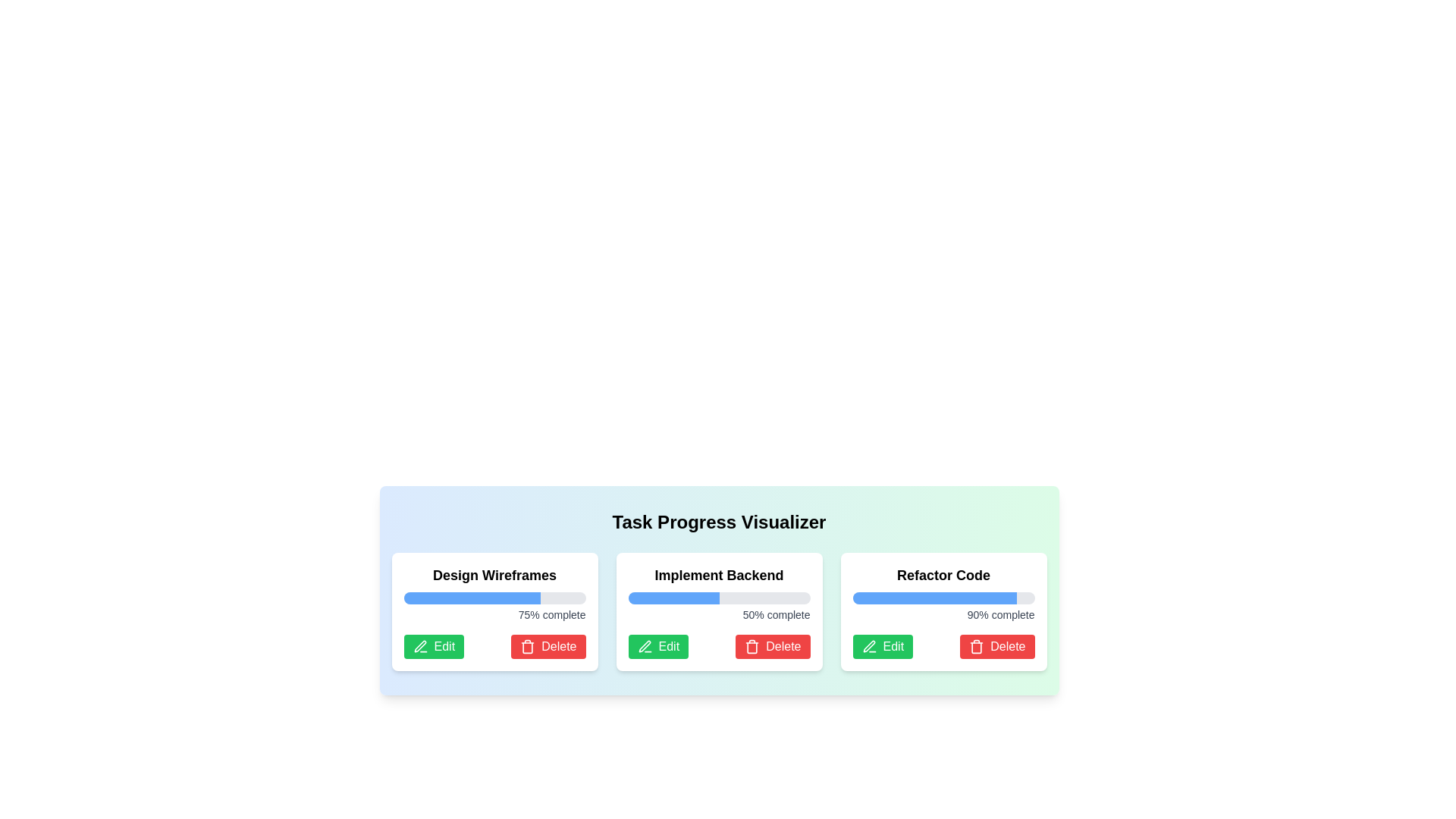 Image resolution: width=1456 pixels, height=819 pixels. Describe the element at coordinates (773, 646) in the screenshot. I see `the delete button positioned to the right of the 'Edit' button, located at the bottom-right of the 'Implement Backend' card` at that location.